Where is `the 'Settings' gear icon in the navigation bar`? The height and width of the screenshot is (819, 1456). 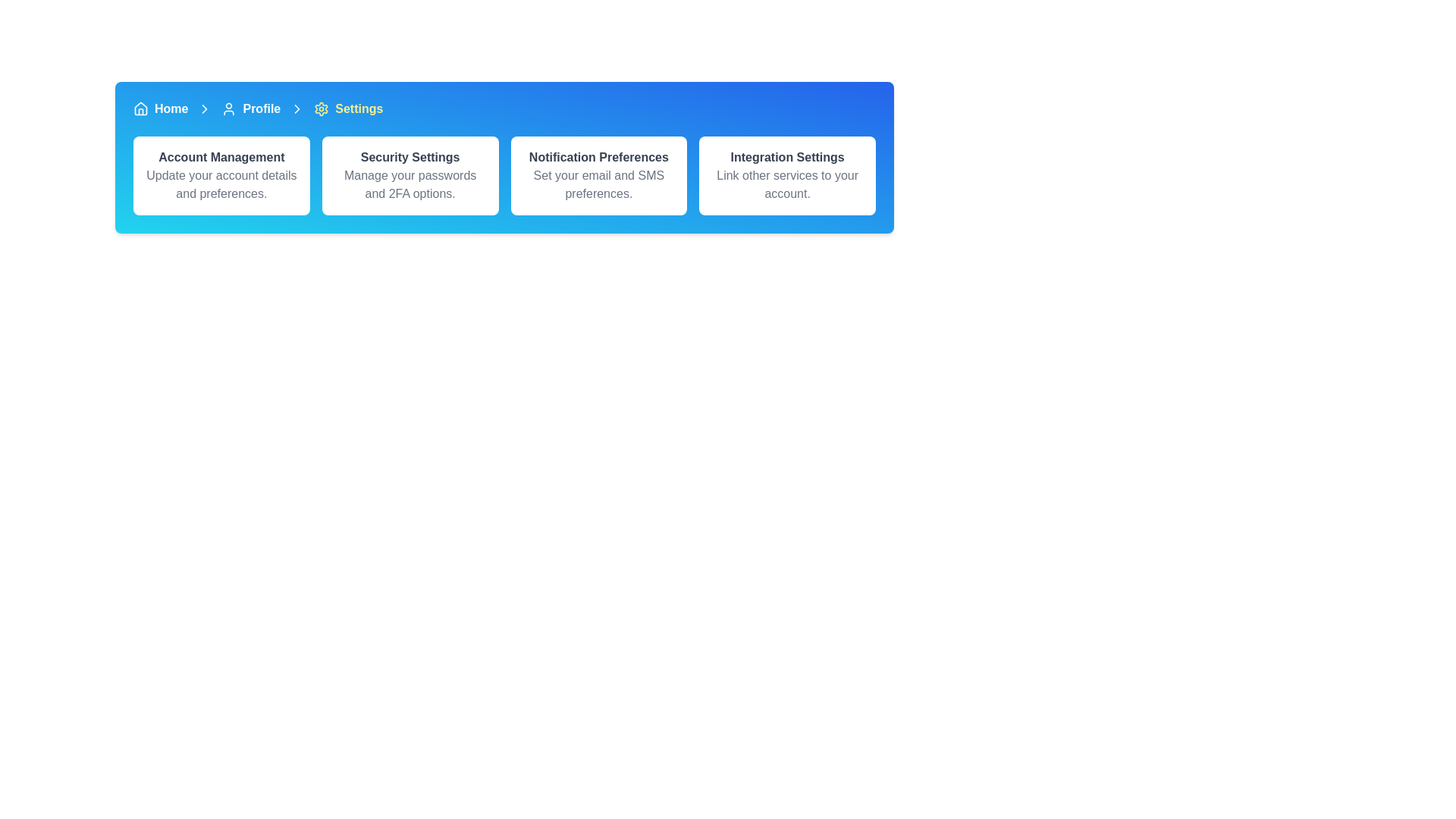 the 'Settings' gear icon in the navigation bar is located at coordinates (321, 108).